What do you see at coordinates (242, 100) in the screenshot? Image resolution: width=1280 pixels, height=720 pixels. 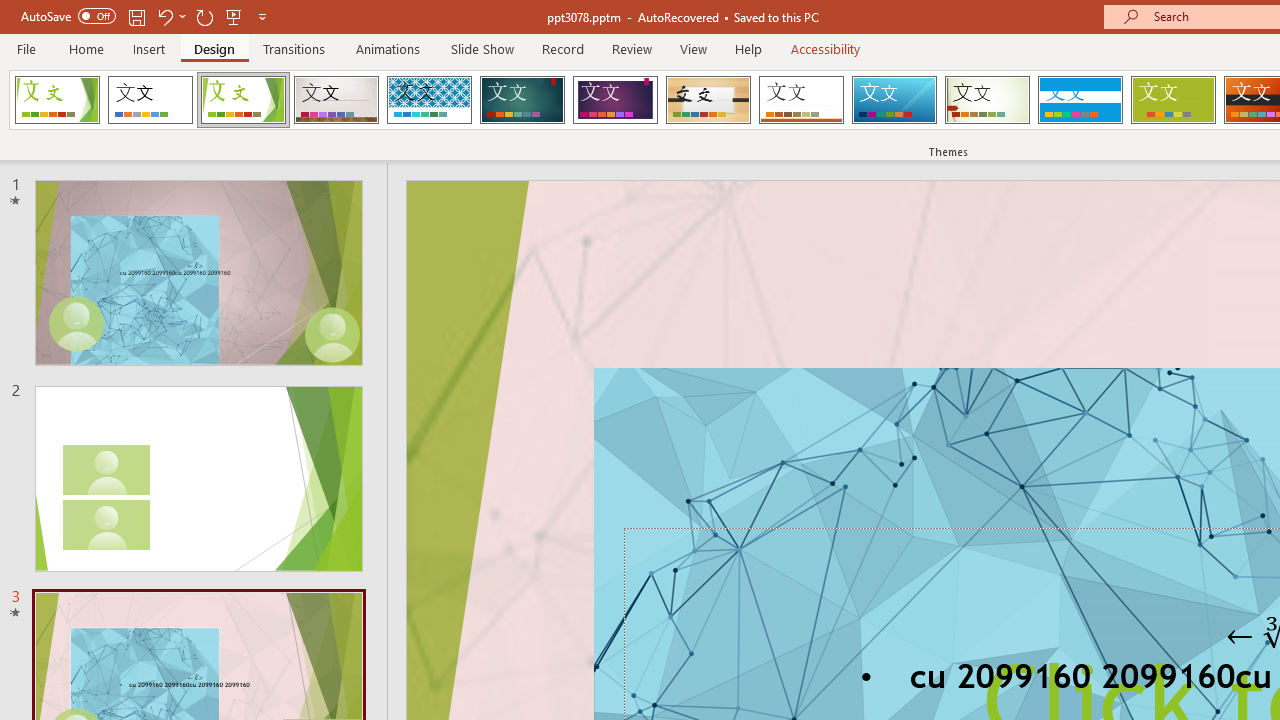 I see `'Facet'` at bounding box center [242, 100].